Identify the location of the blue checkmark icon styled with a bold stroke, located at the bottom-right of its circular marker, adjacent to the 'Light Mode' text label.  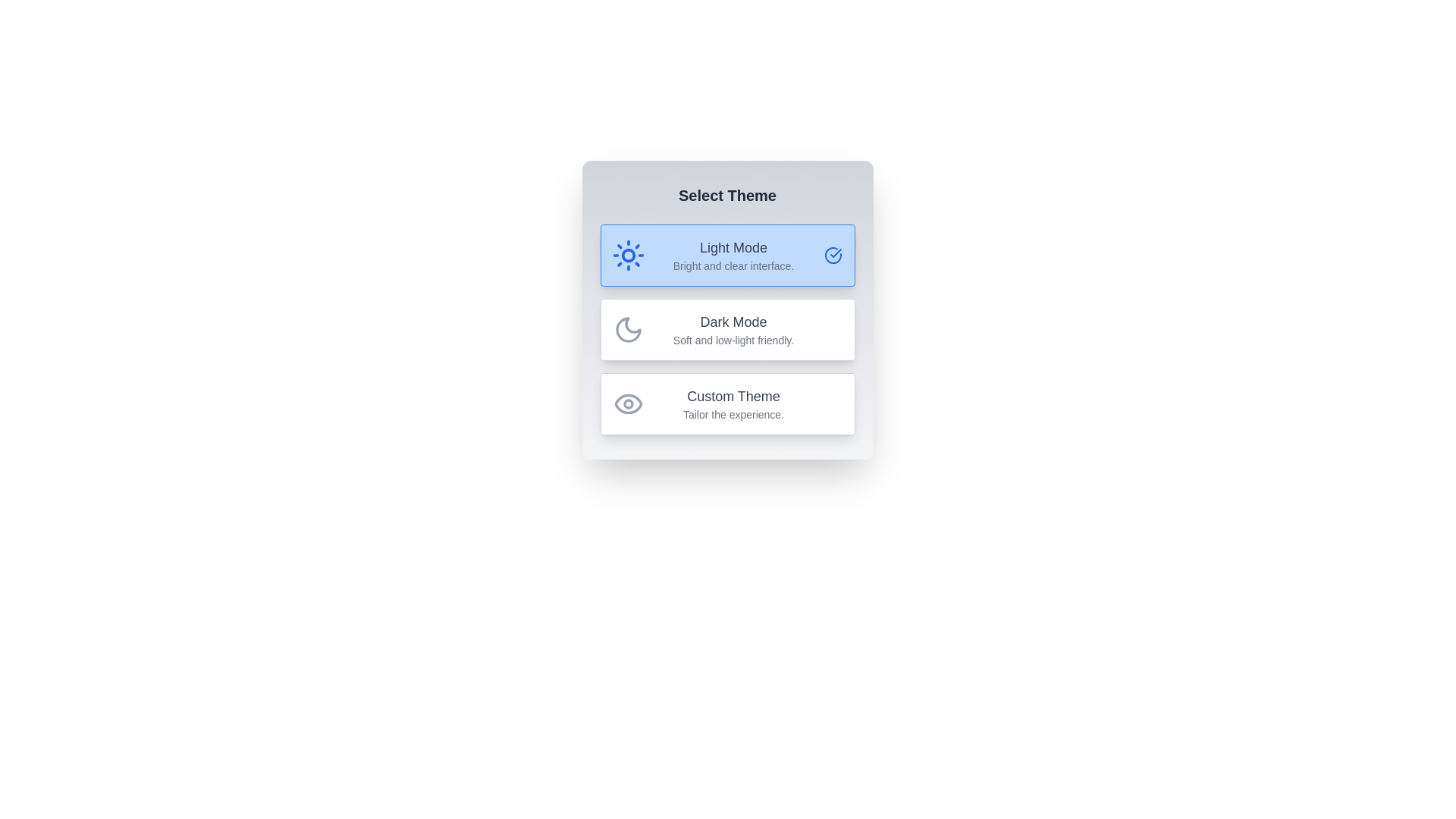
(835, 253).